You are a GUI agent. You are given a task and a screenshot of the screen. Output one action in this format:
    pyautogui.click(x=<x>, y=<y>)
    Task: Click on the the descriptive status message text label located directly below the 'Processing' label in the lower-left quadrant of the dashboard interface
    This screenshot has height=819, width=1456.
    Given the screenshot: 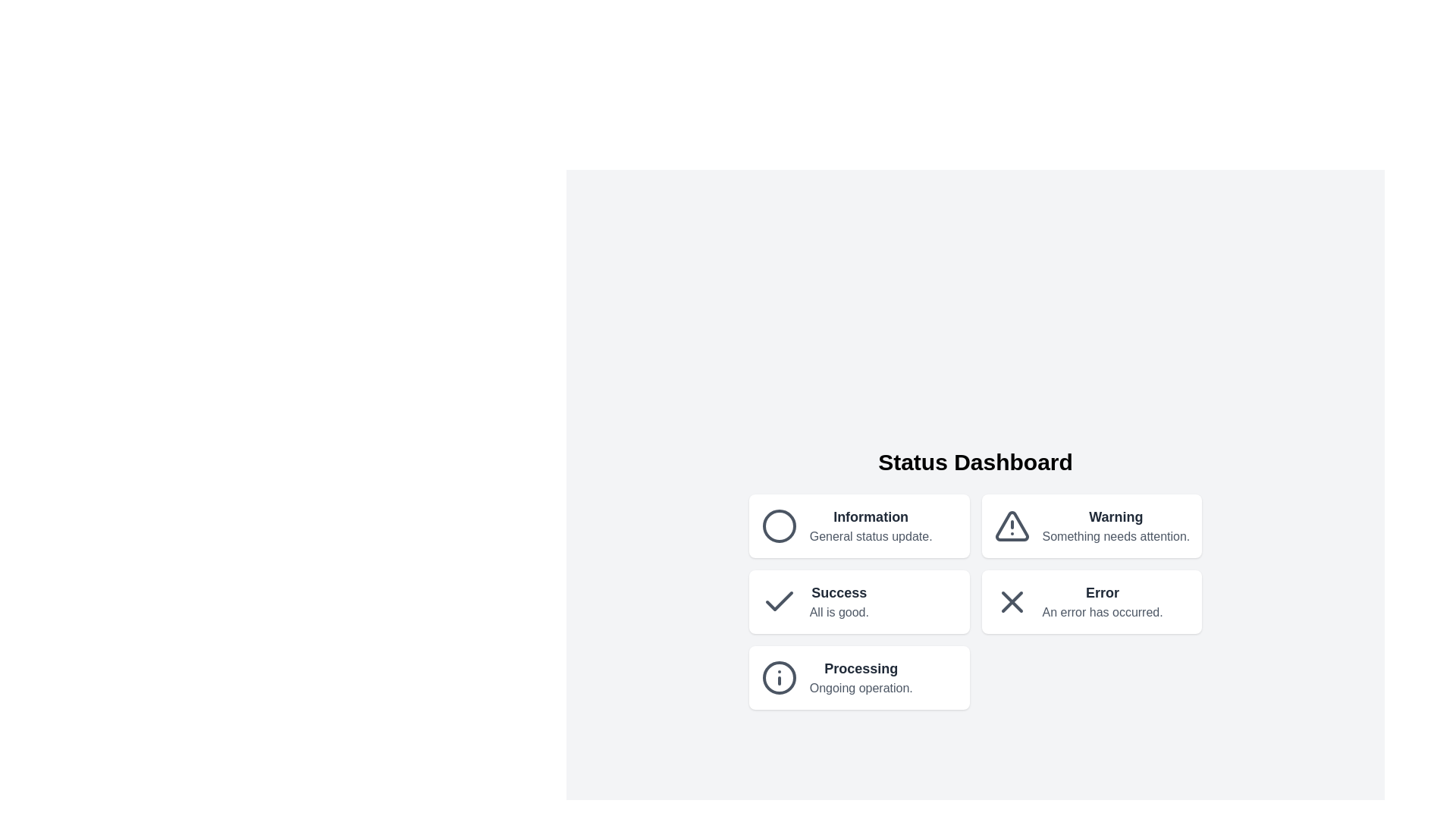 What is the action you would take?
    pyautogui.click(x=861, y=688)
    